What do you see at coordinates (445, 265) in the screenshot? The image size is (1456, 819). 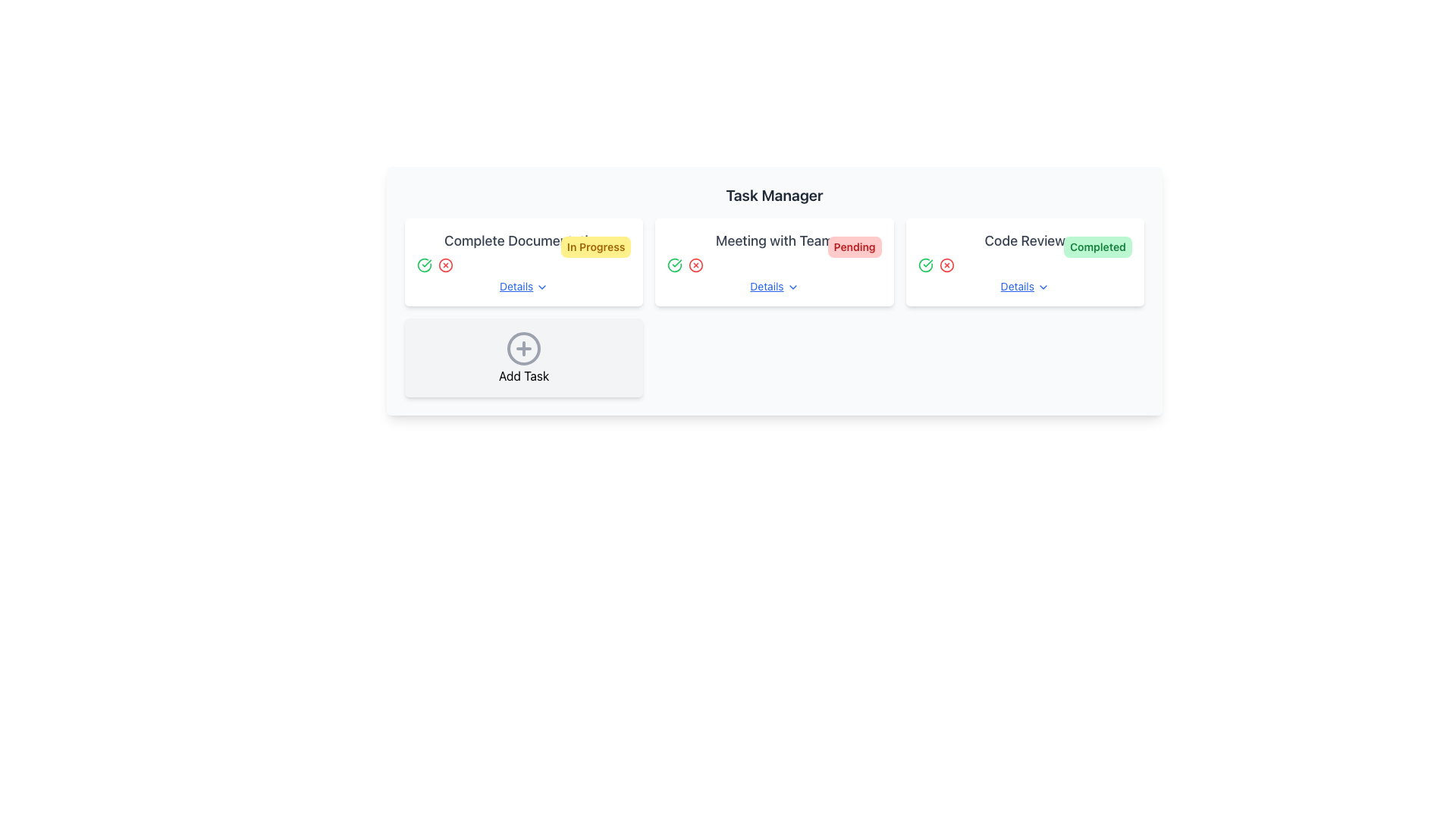 I see `the red circular icon with a cross inside, located in the task box labeled 'Complete Document'` at bounding box center [445, 265].